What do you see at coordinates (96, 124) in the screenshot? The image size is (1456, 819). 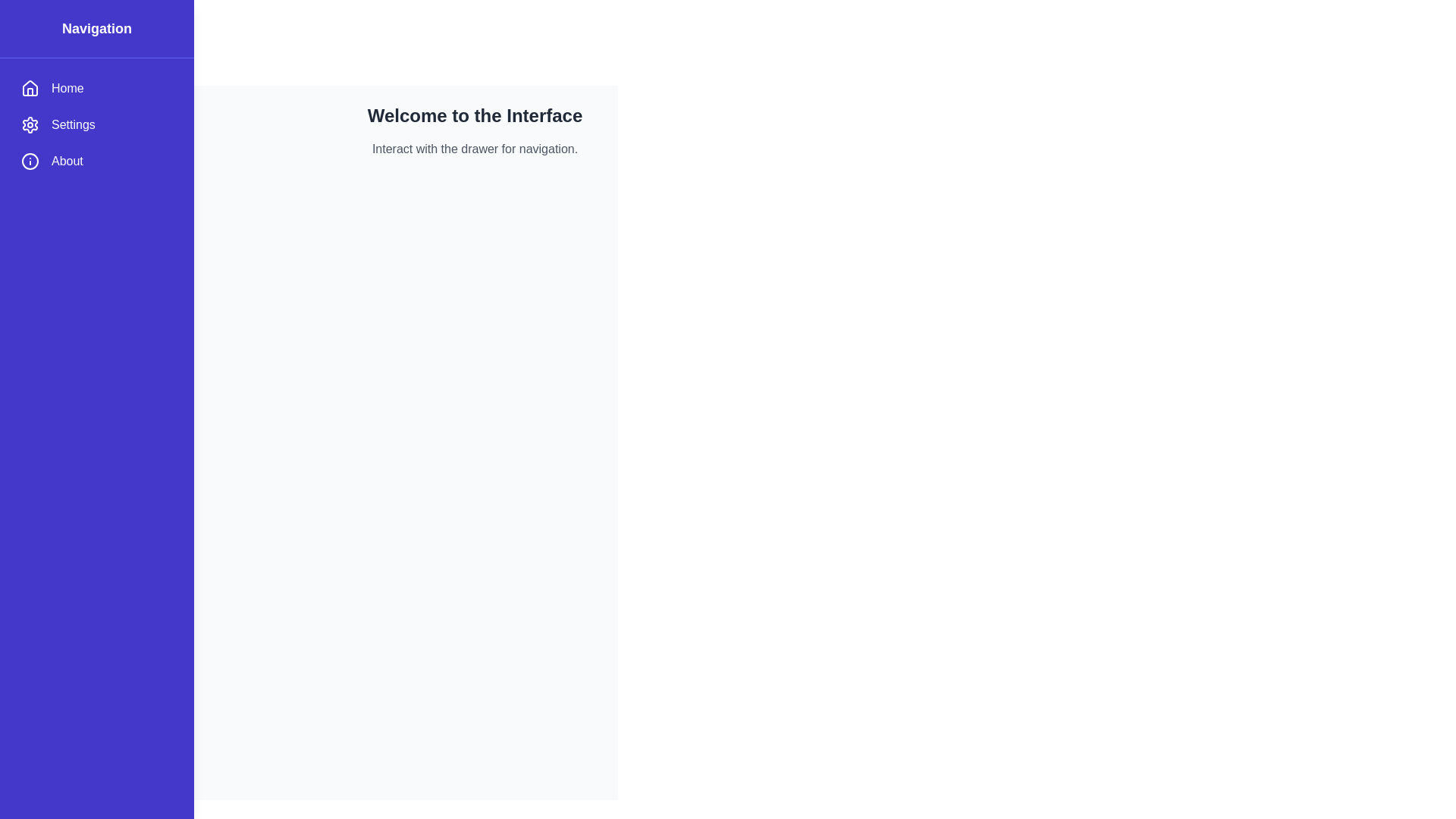 I see `the menu item Settings to navigate to the corresponding section` at bounding box center [96, 124].